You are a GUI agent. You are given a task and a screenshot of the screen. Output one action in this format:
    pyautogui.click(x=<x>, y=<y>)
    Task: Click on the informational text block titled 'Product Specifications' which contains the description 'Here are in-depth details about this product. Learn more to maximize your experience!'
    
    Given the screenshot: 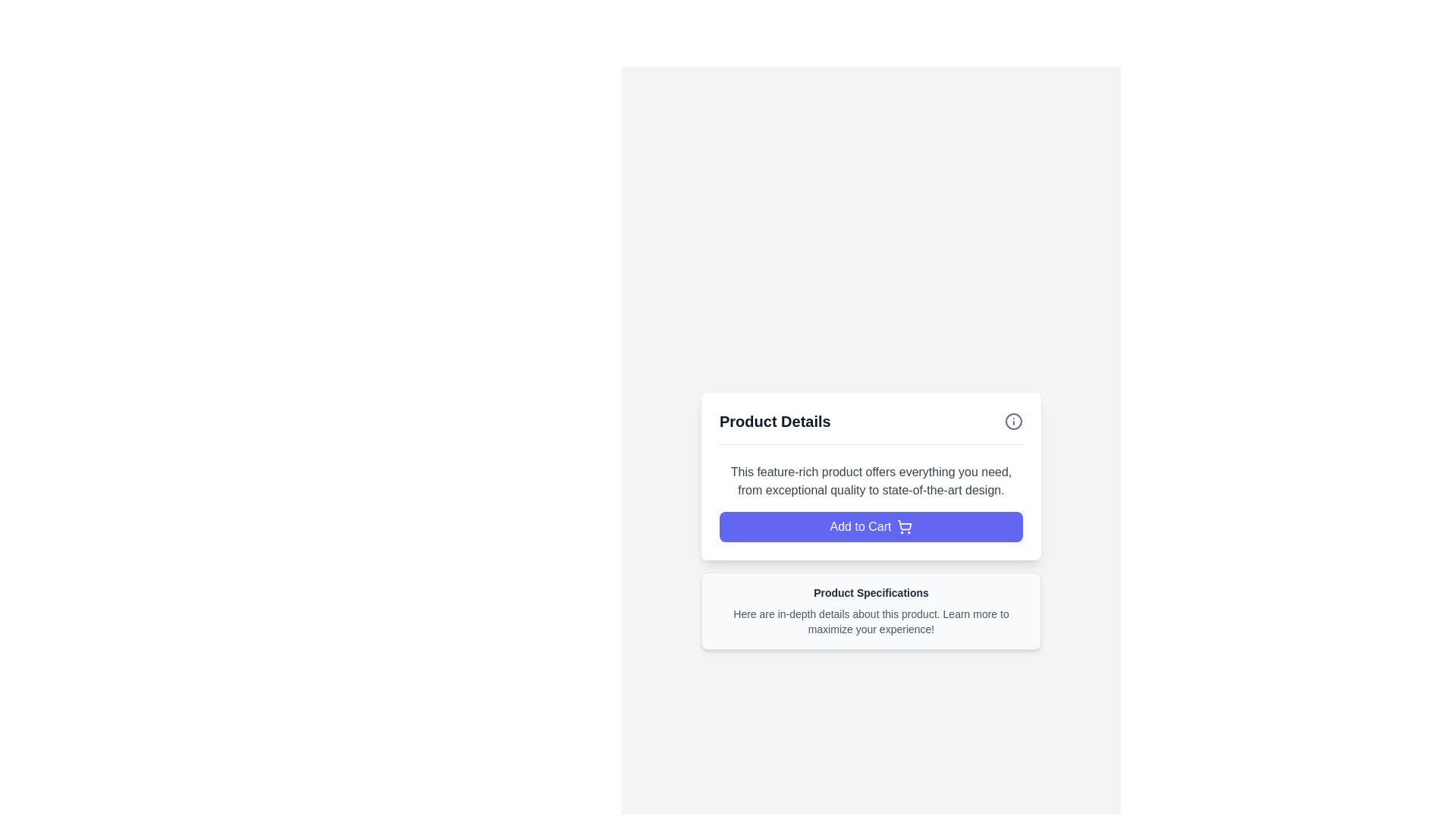 What is the action you would take?
    pyautogui.click(x=871, y=610)
    